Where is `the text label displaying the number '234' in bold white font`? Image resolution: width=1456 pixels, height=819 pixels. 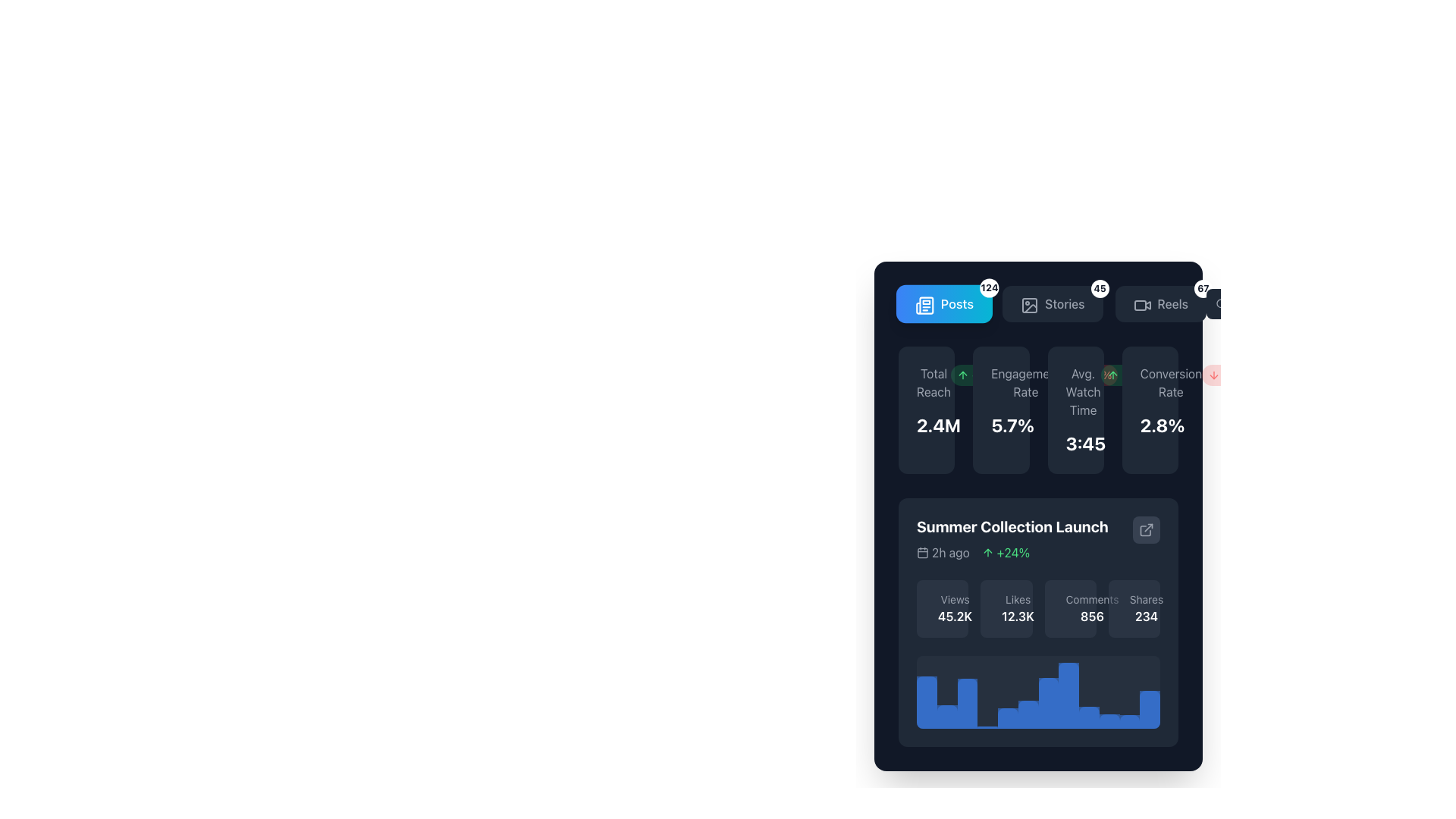
the text label displaying the number '234' in bold white font is located at coordinates (1147, 617).